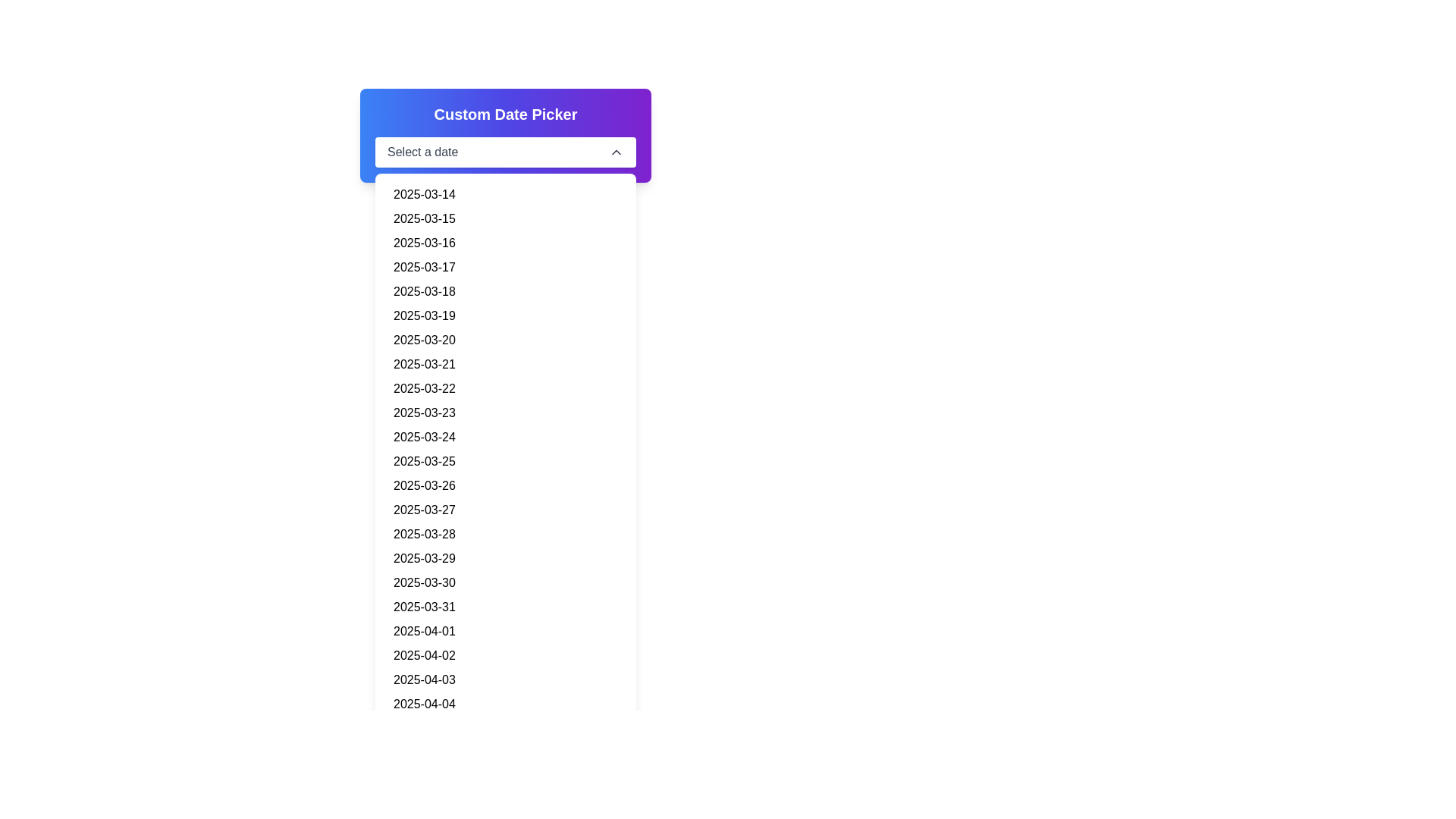 This screenshot has height=819, width=1456. What do you see at coordinates (506, 461) in the screenshot?
I see `the twelfth date entry in the date picker list, which is positioned between '2025-03-24' and '2025-03-26'` at bounding box center [506, 461].